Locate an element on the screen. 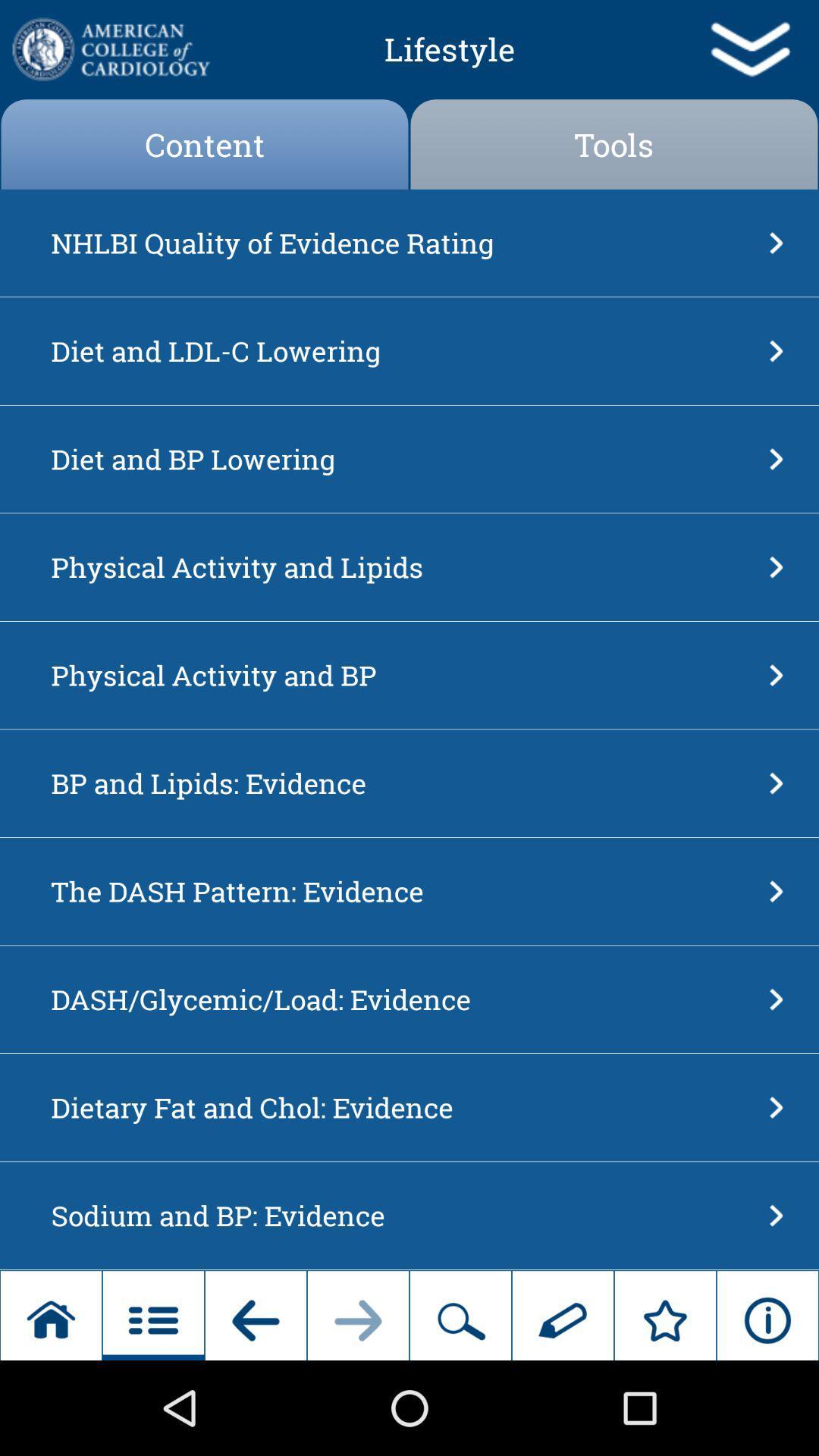 This screenshot has height=1456, width=819. the app below the dash pattern item is located at coordinates (404, 999).